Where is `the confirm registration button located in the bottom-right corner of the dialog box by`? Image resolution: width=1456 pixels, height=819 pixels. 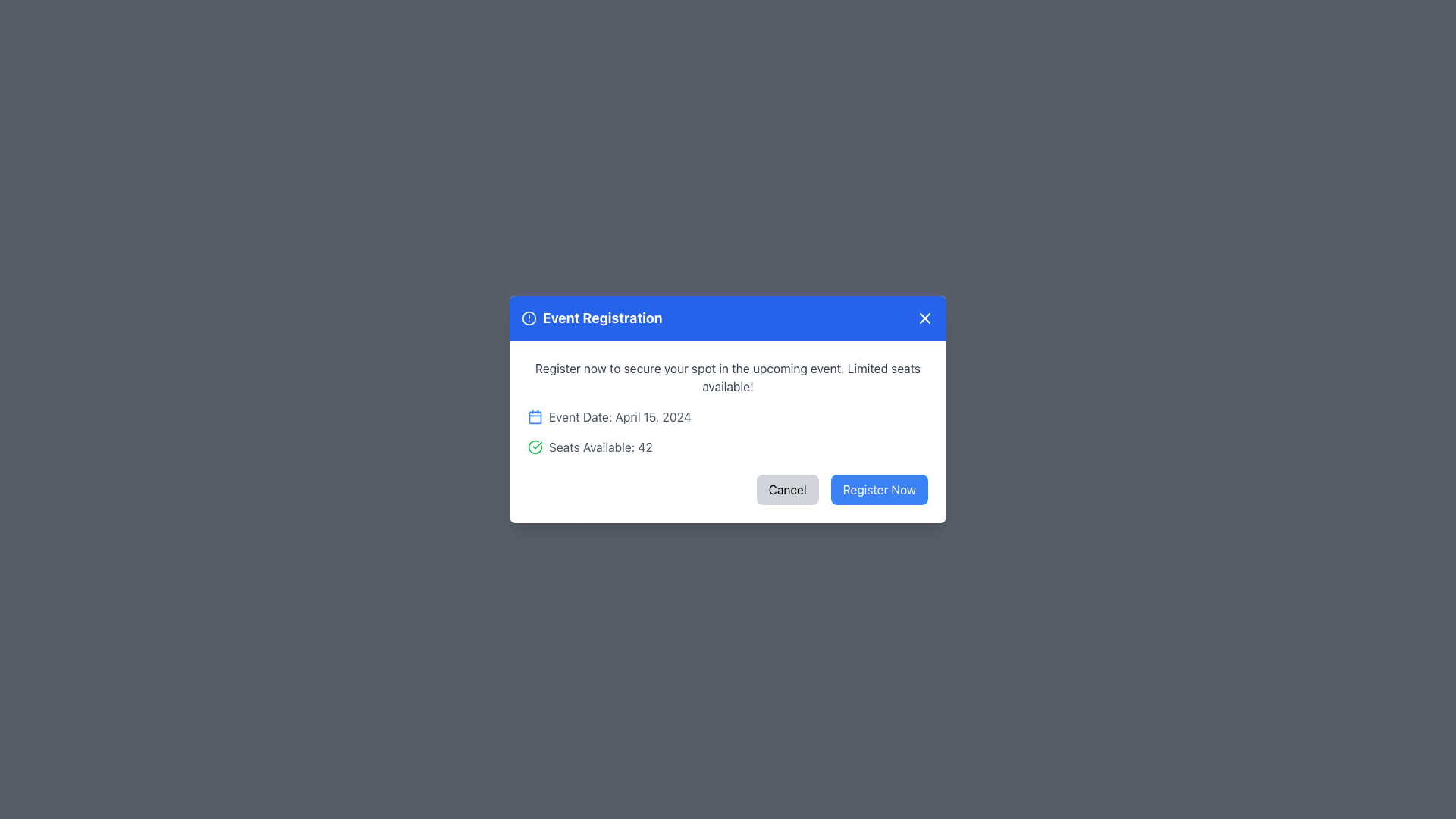
the confirm registration button located in the bottom-right corner of the dialog box by is located at coordinates (879, 489).